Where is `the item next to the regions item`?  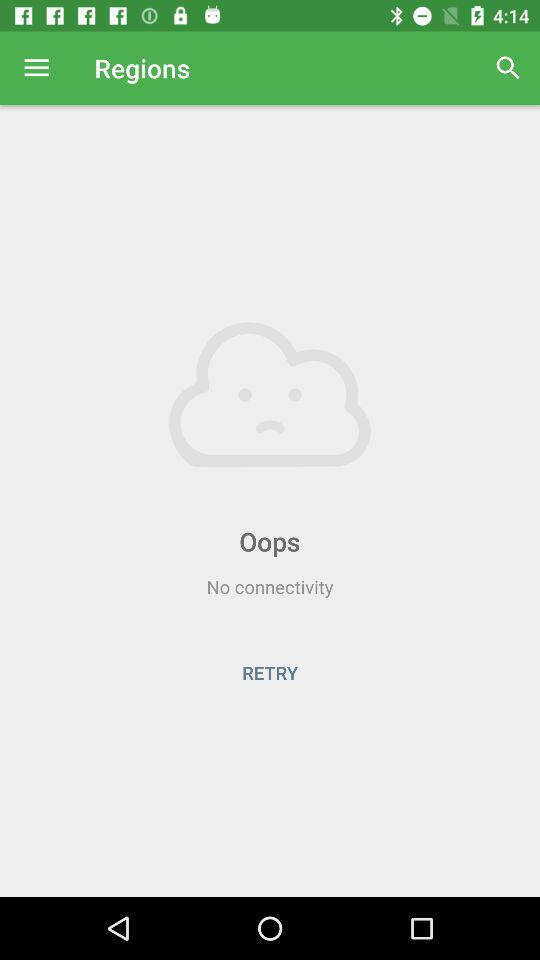 the item next to the regions item is located at coordinates (508, 68).